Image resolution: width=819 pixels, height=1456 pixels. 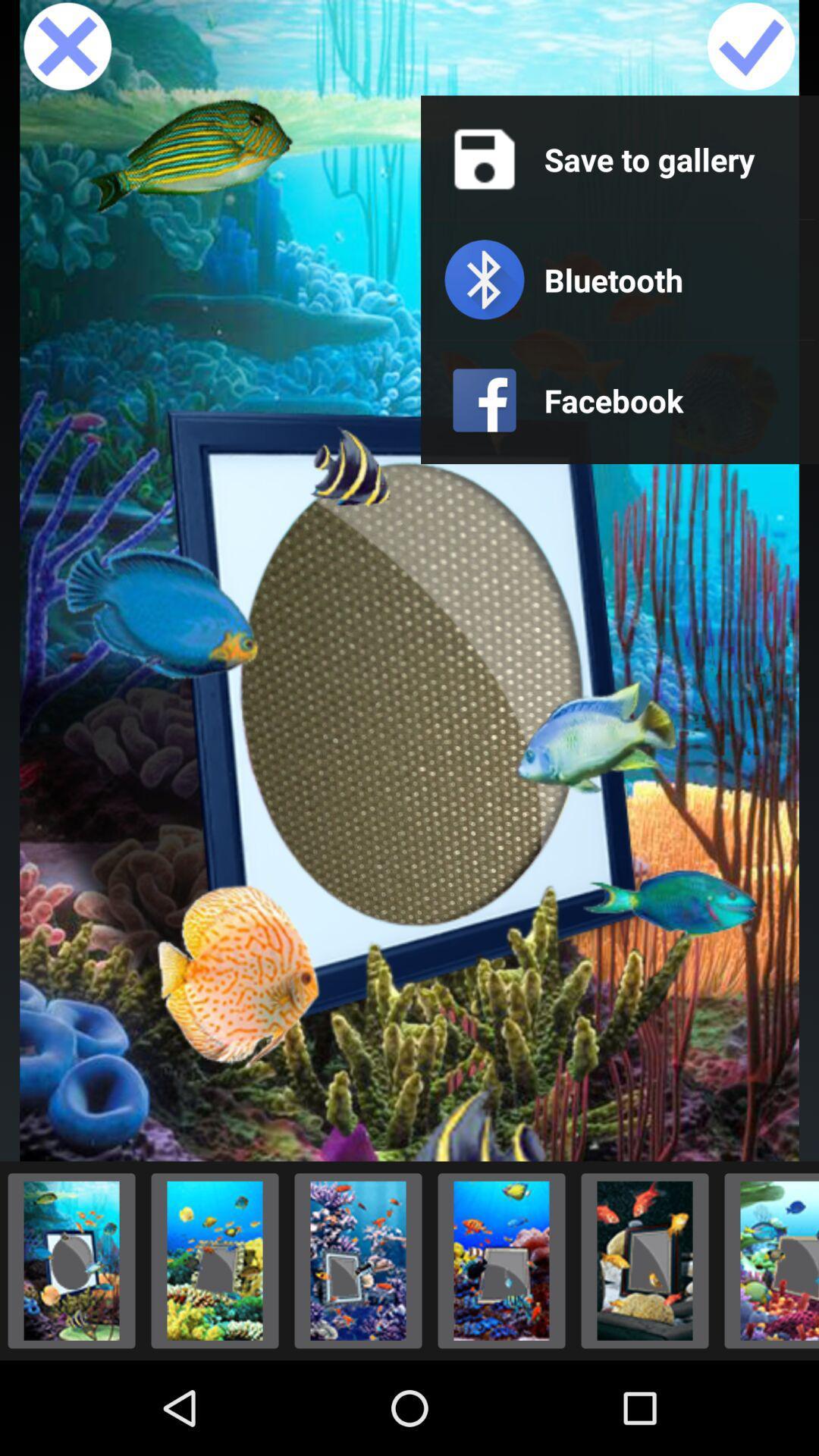 What do you see at coordinates (645, 1260) in the screenshot?
I see `the picture to display` at bounding box center [645, 1260].